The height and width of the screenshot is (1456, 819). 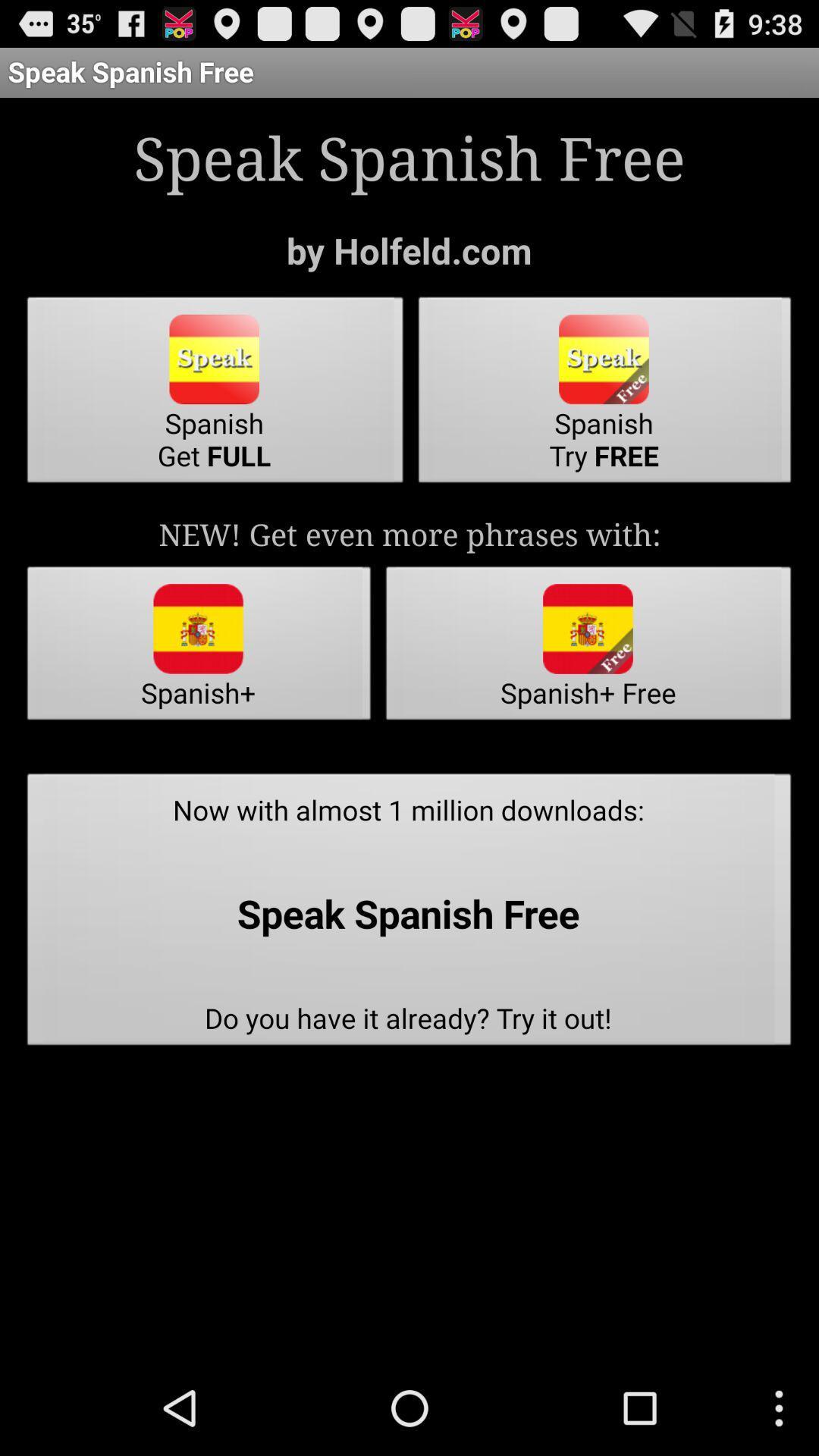 I want to click on spanish, so click(x=215, y=394).